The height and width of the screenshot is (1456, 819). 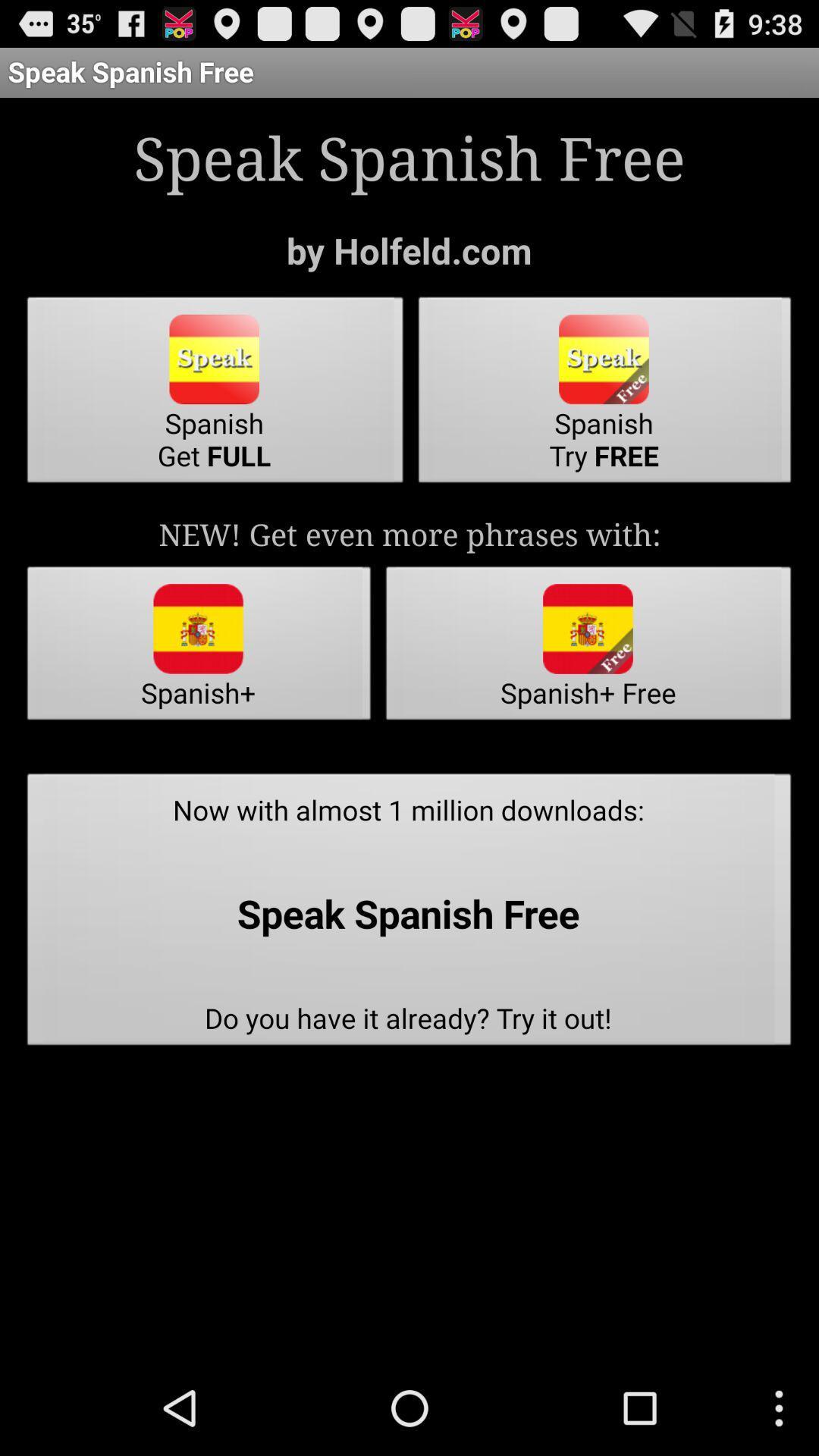 I want to click on spanish, so click(x=215, y=394).